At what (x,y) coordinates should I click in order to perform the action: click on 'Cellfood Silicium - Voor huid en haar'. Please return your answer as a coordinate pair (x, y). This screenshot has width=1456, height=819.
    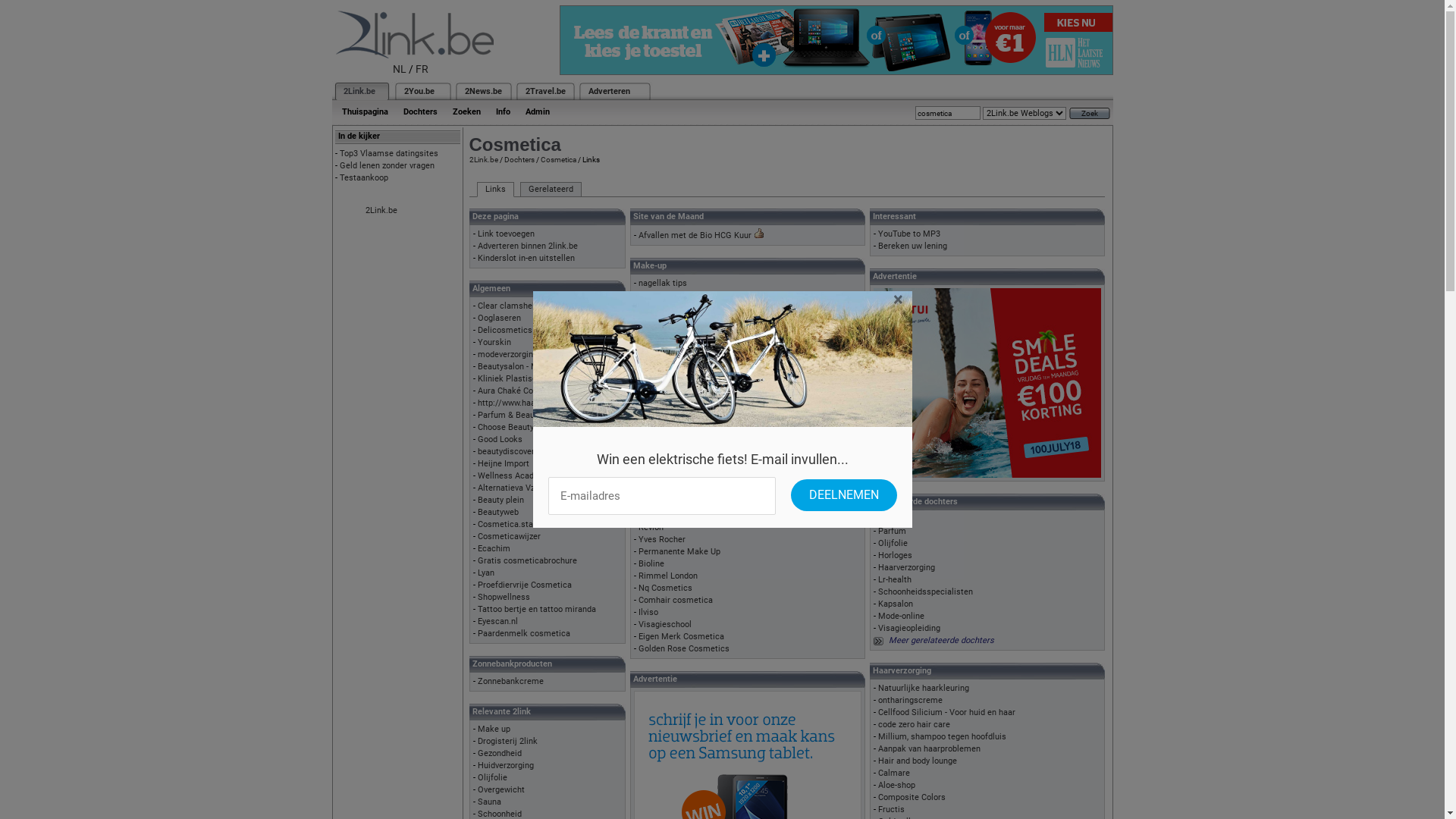
    Looking at the image, I should click on (877, 712).